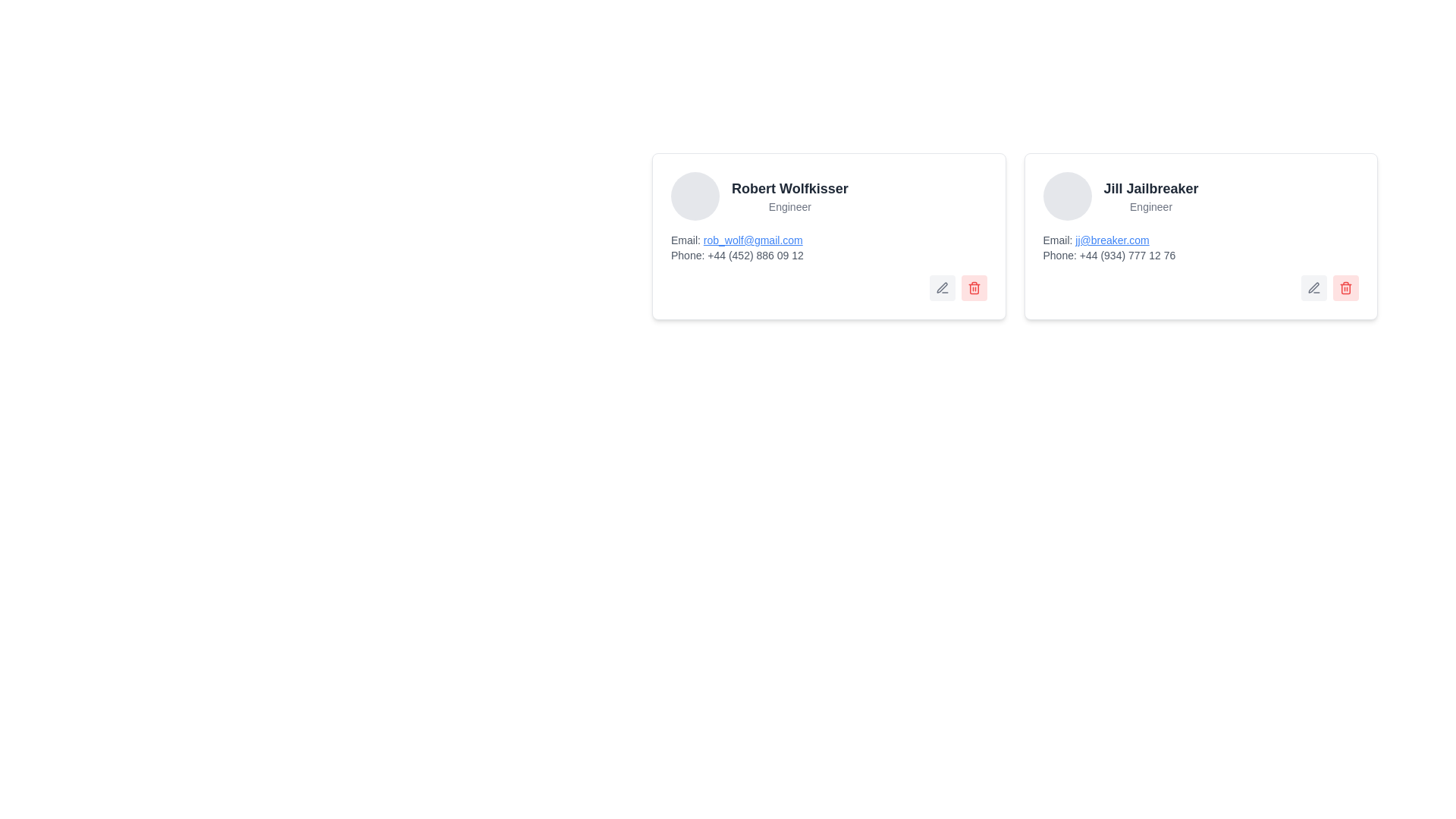  Describe the element at coordinates (1112, 239) in the screenshot. I see `the hyperlink labeled 'Email:' that redirects to 'jj@breaker.com' in the card for 'Jill Jailbreaker, Engineer'` at that location.